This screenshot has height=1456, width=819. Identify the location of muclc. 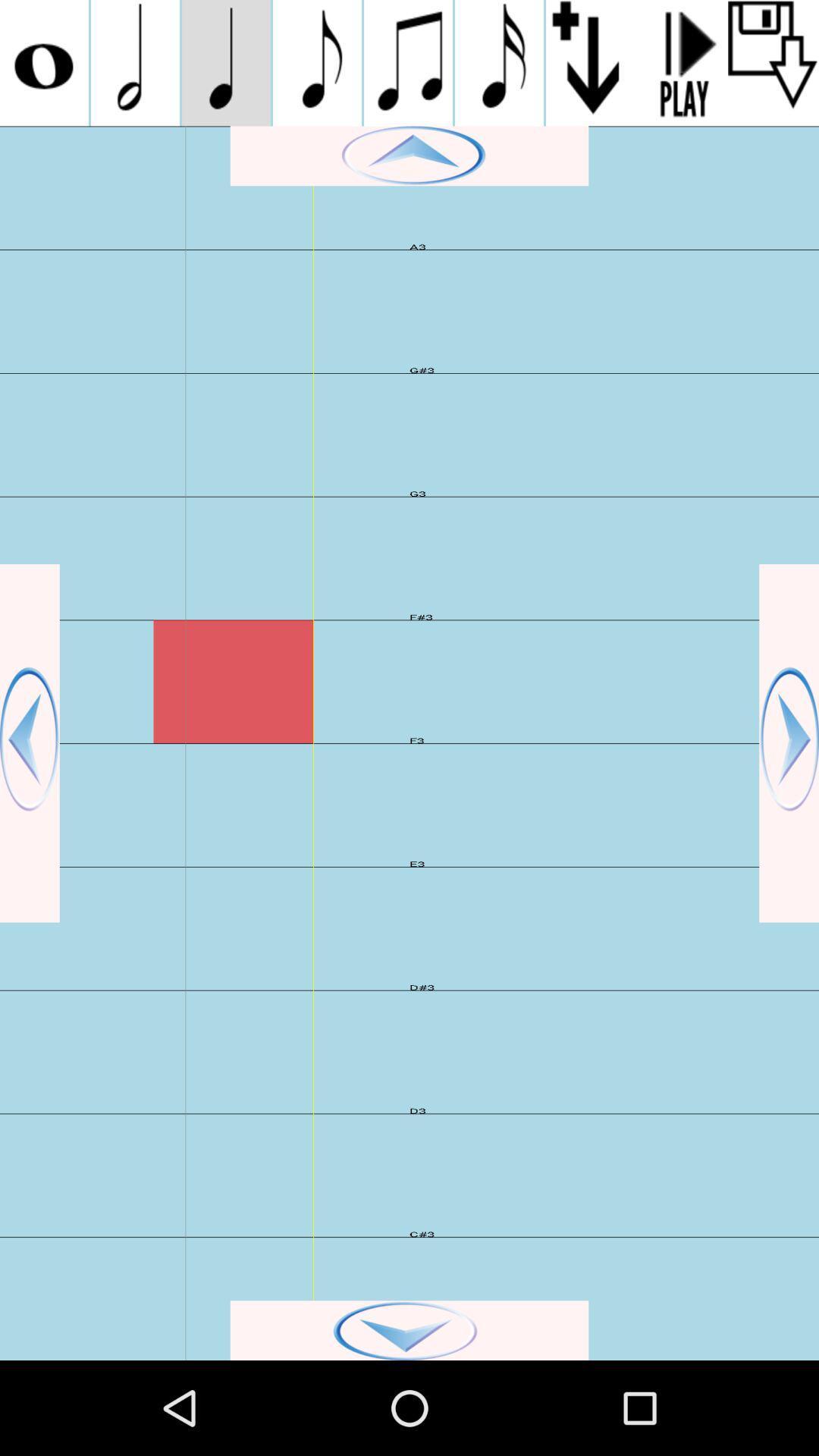
(407, 62).